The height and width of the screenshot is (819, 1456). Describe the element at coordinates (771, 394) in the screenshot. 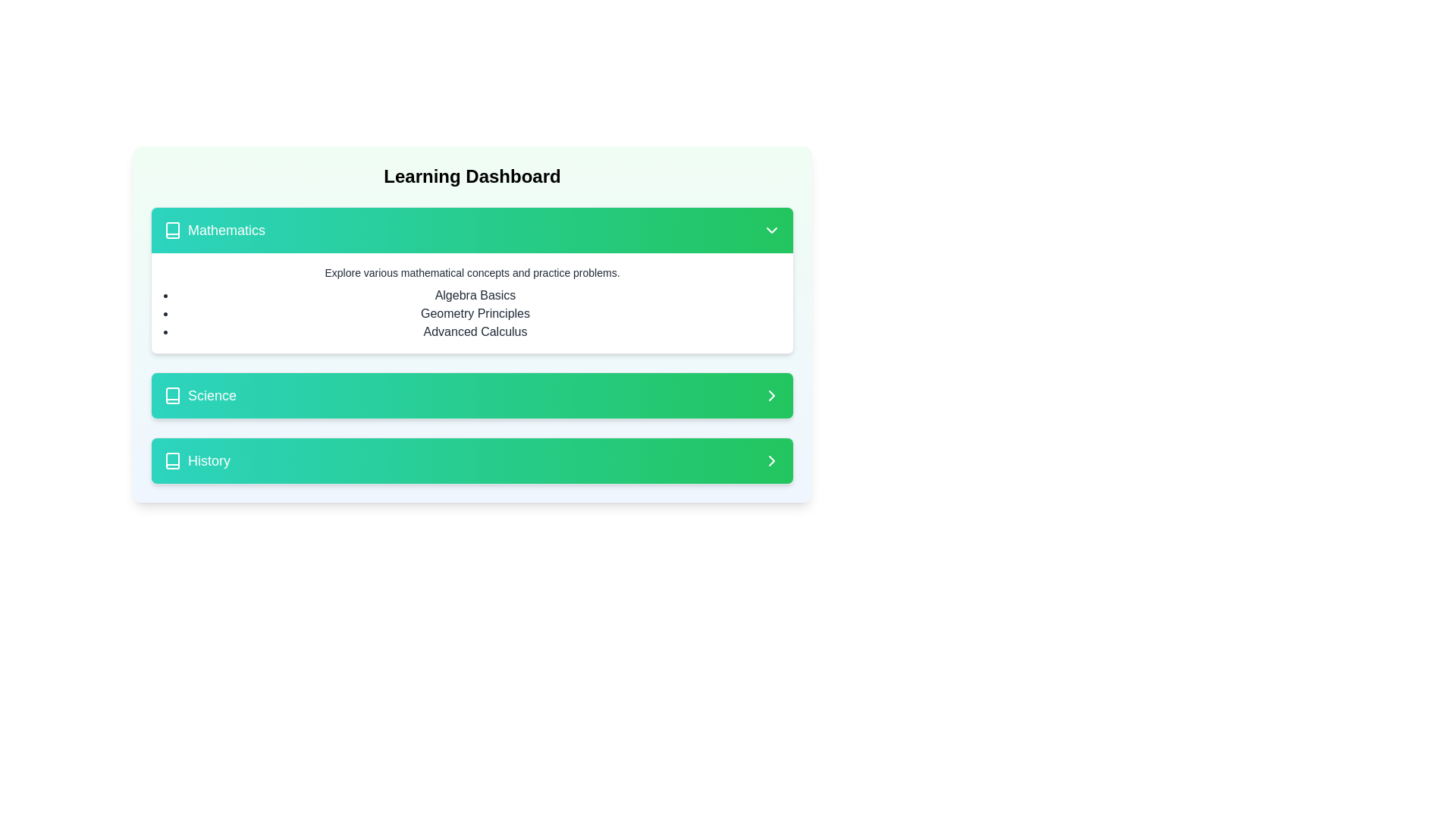

I see `the navigational chevron icon located at the far-right end of the 'Science' section` at that location.